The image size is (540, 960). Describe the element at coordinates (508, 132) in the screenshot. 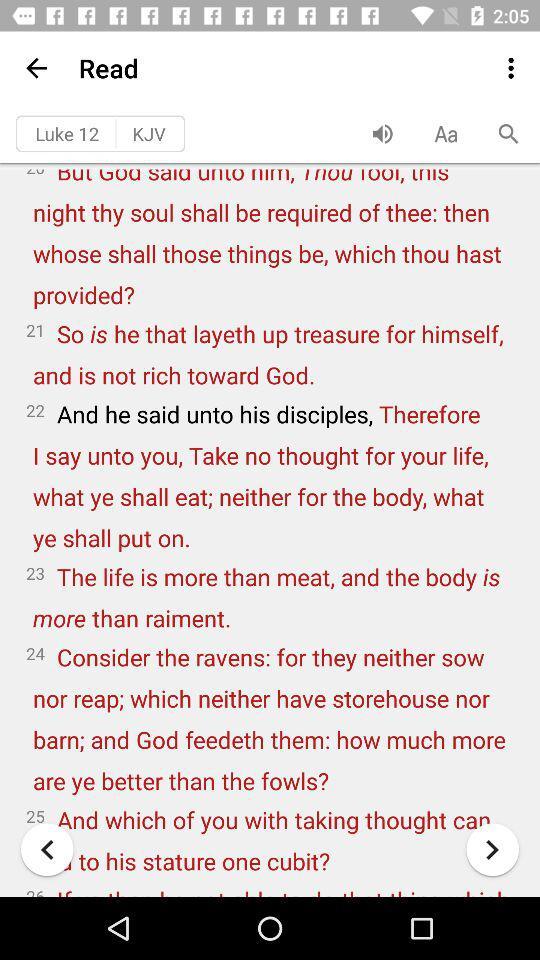

I see `the search icon` at that location.